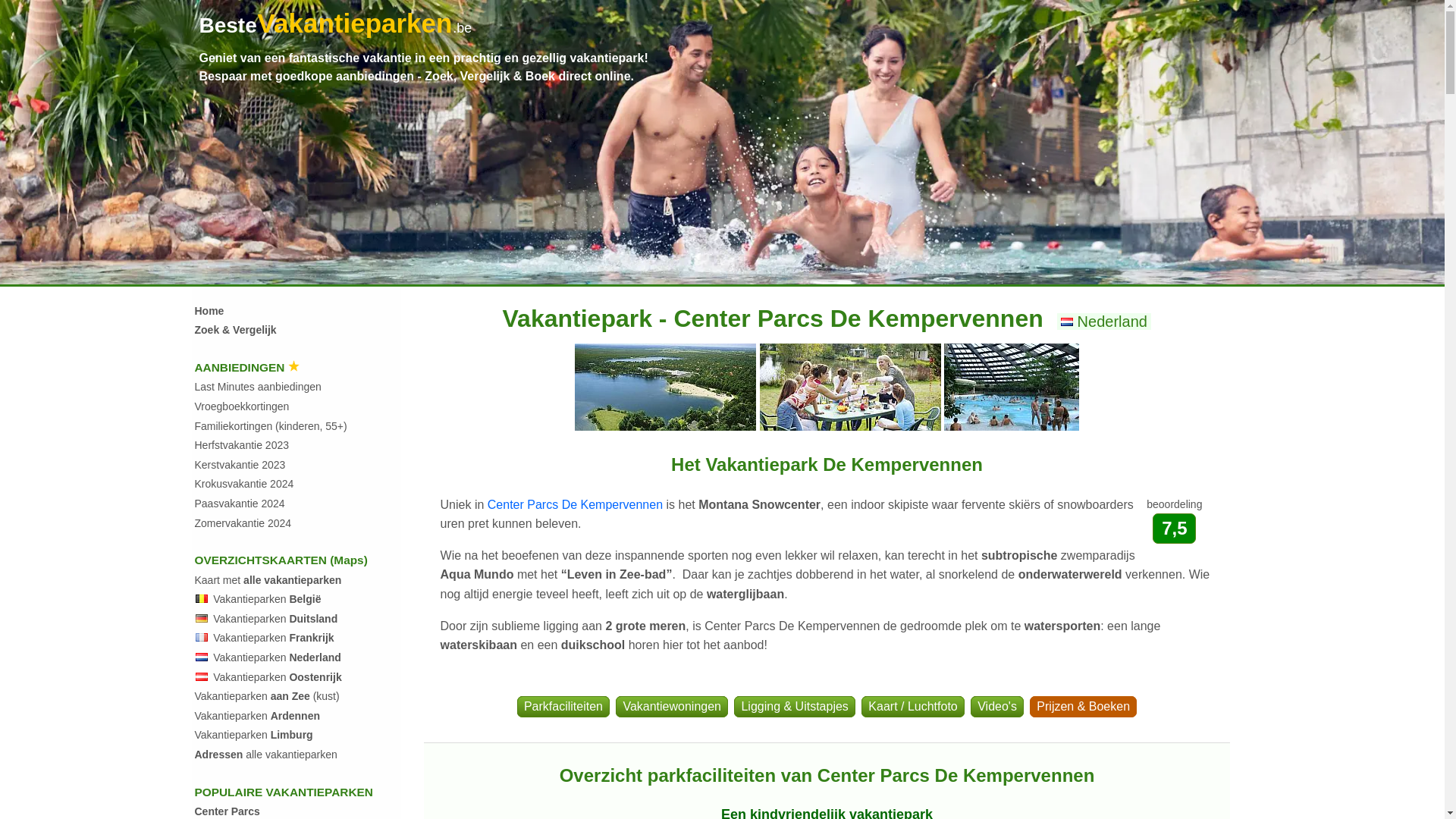  What do you see at coordinates (193, 329) in the screenshot?
I see `'Zoek & Vergelijk'` at bounding box center [193, 329].